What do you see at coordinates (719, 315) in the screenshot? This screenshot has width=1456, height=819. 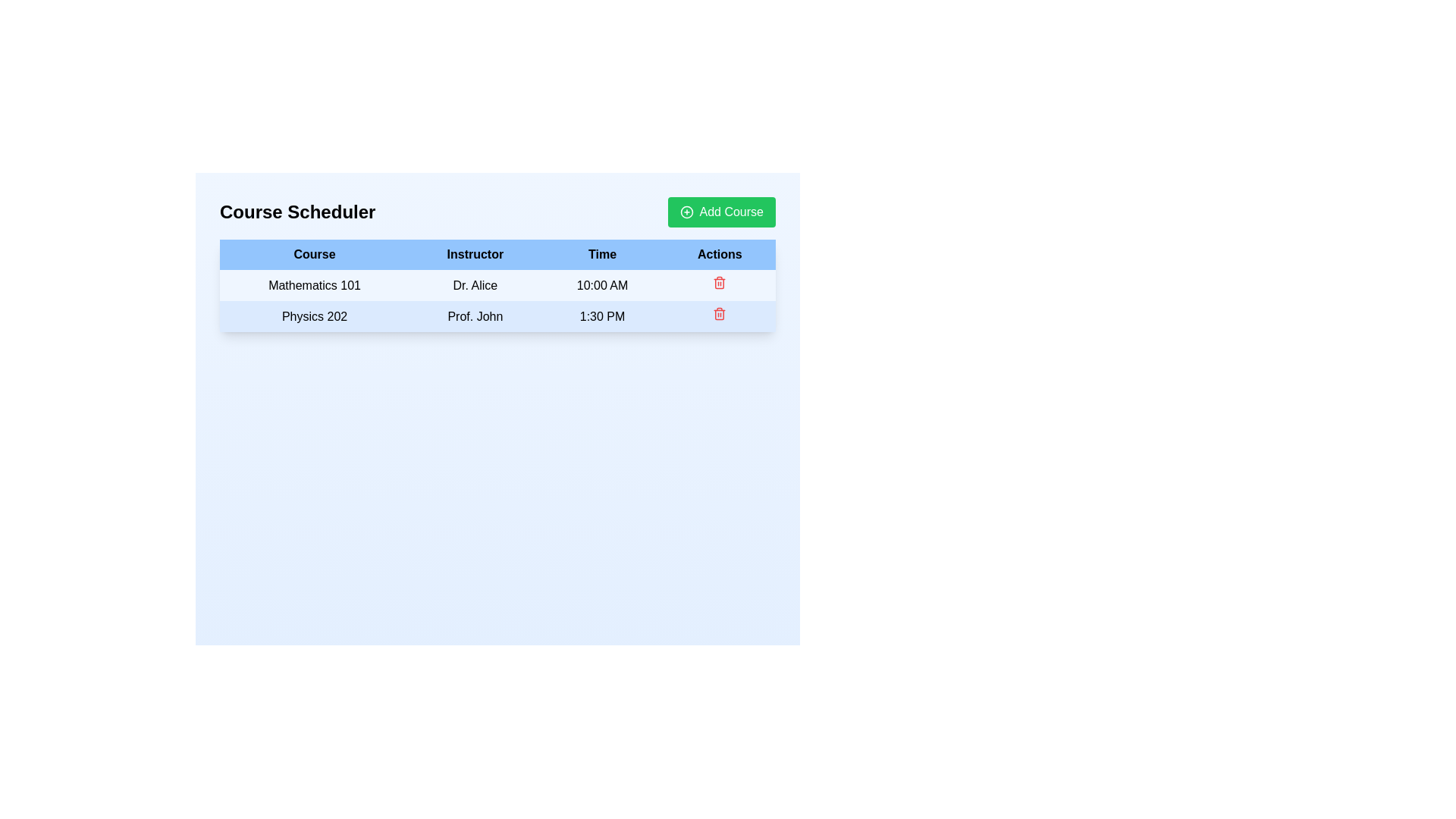 I see `the red trash can icon button` at bounding box center [719, 315].